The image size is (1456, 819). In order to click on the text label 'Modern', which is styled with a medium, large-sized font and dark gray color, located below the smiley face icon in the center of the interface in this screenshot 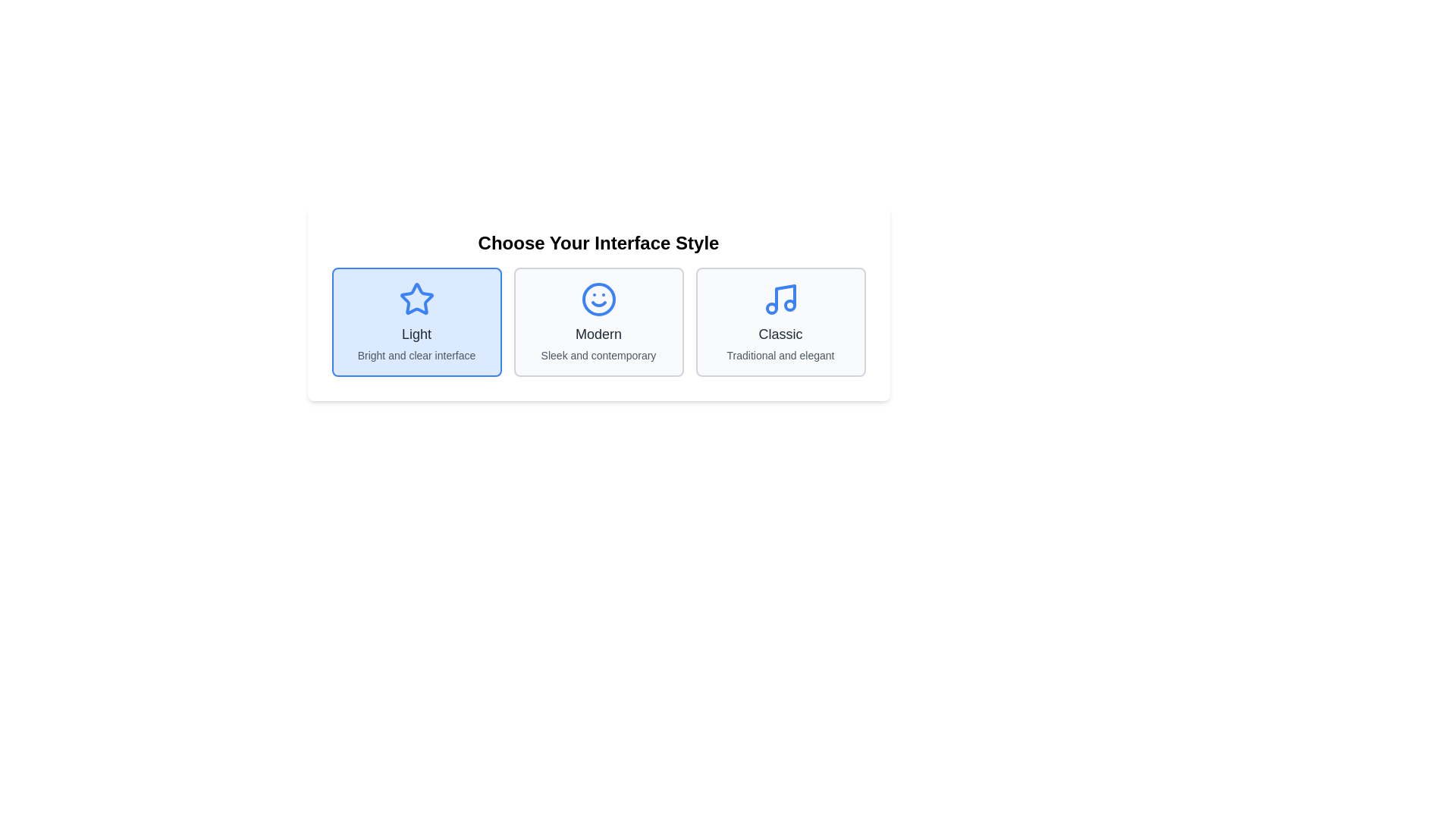, I will do `click(598, 333)`.